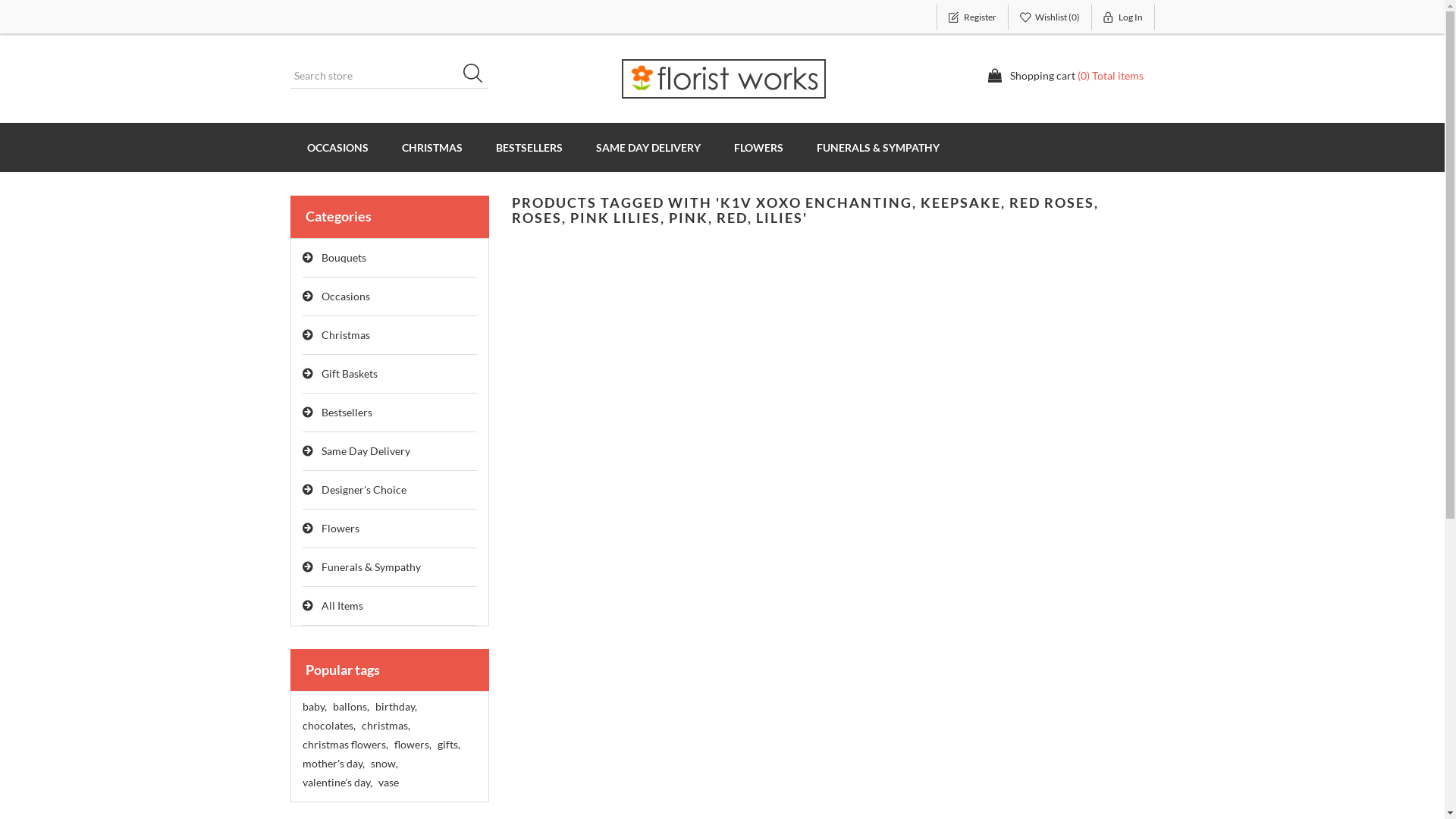 This screenshot has width=1456, height=819. Describe the element at coordinates (389, 450) in the screenshot. I see `'Same Day Delivery'` at that location.